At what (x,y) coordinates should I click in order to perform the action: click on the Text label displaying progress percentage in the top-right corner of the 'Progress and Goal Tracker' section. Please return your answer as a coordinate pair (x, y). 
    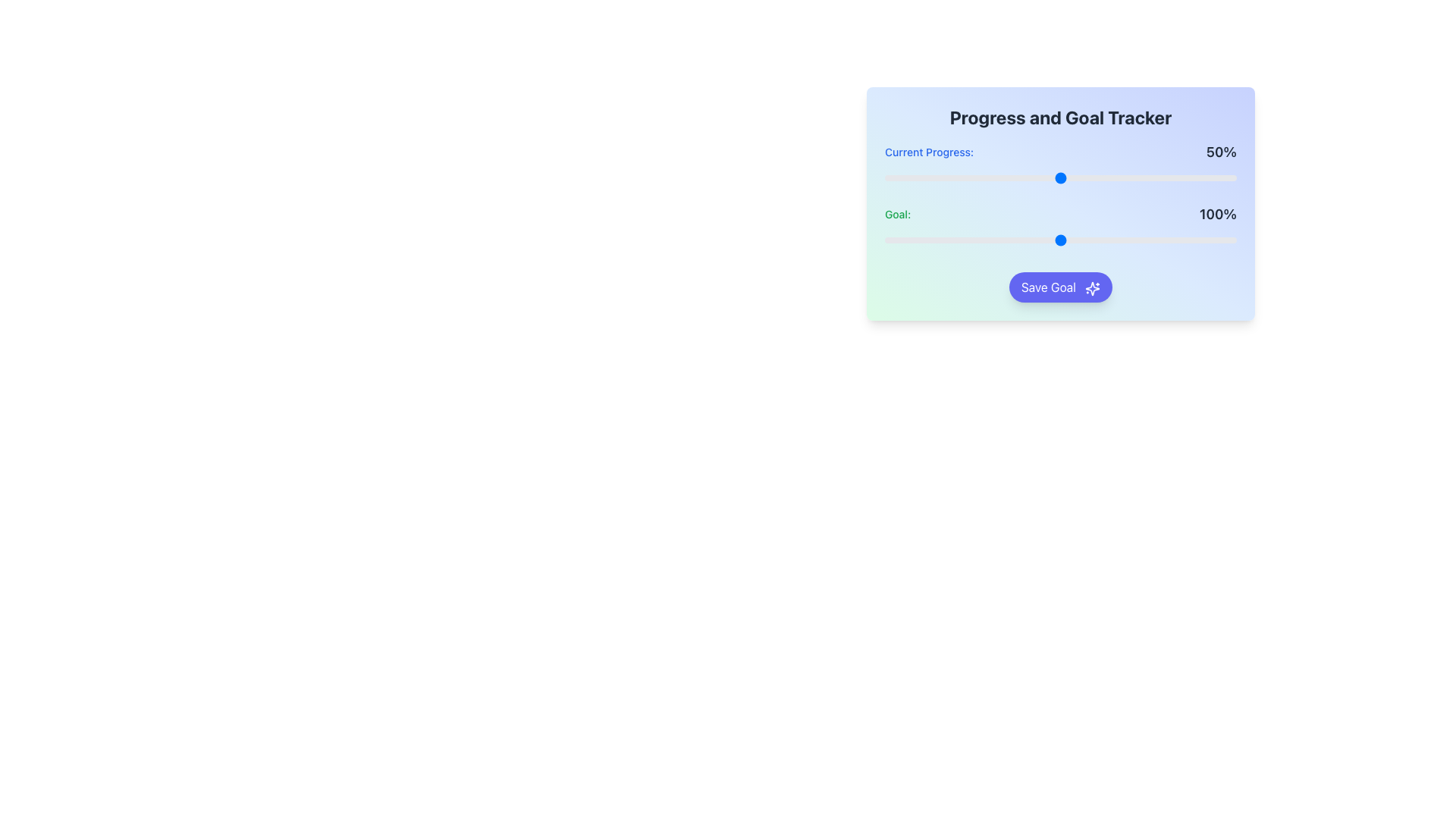
    Looking at the image, I should click on (1221, 152).